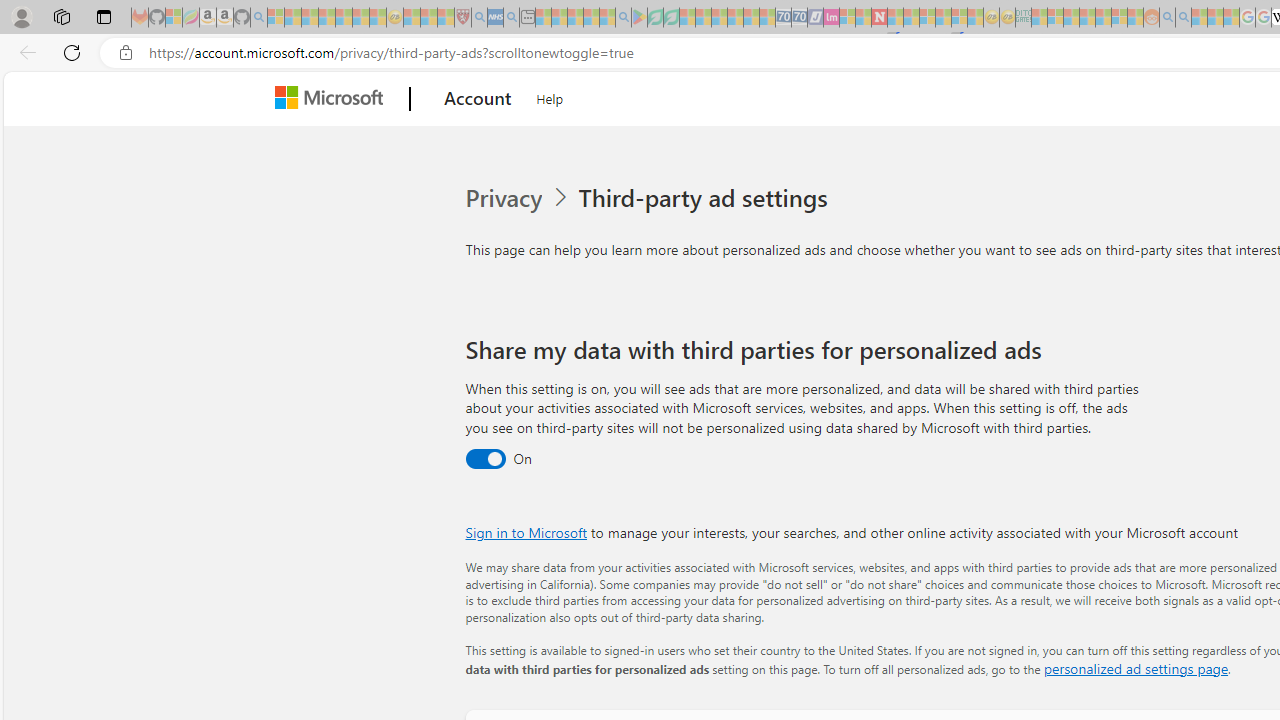 The height and width of the screenshot is (720, 1280). I want to click on 'personalized ad settings page', so click(1136, 668).